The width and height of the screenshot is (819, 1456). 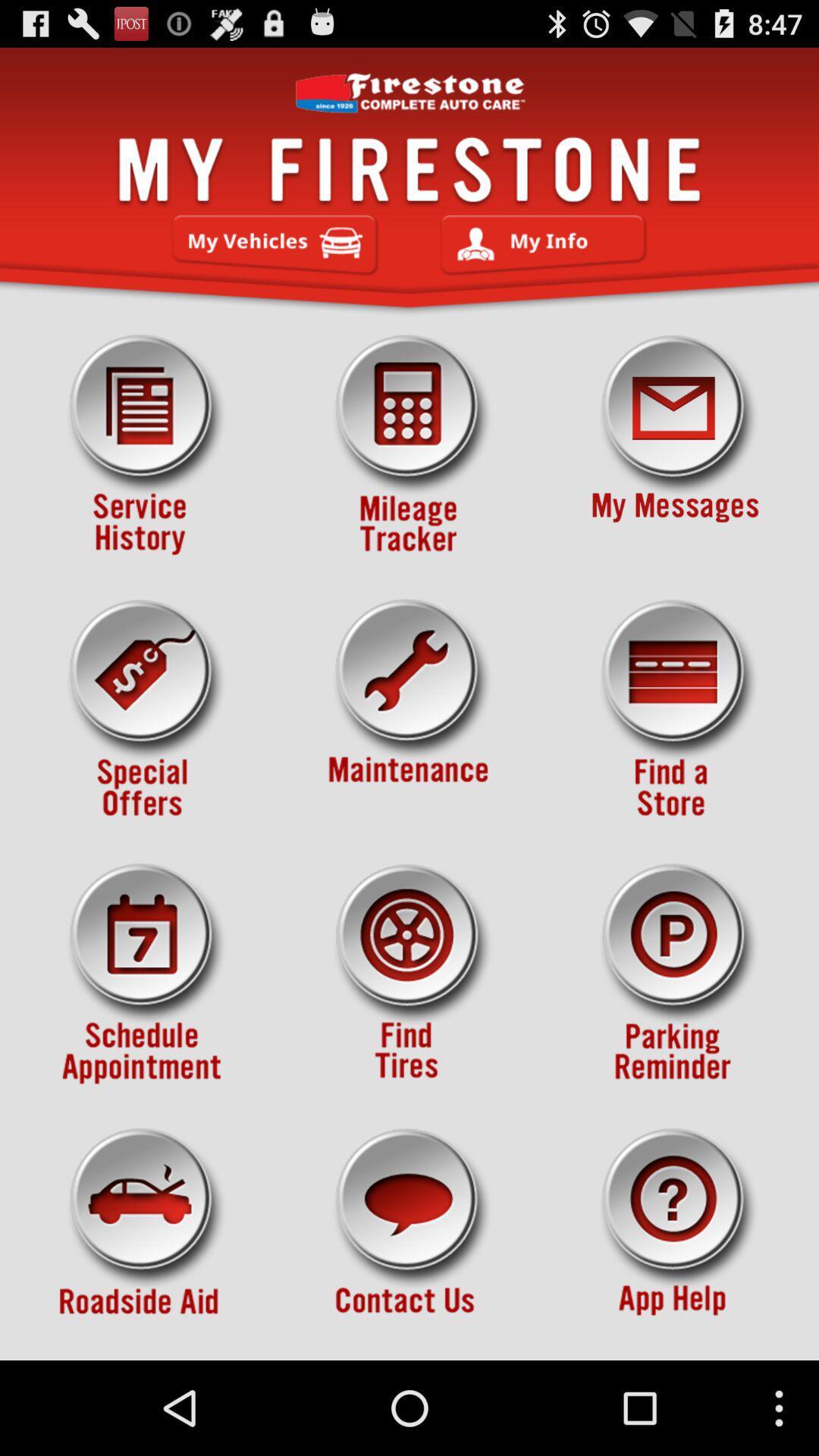 I want to click on mileage tracker, so click(x=409, y=444).